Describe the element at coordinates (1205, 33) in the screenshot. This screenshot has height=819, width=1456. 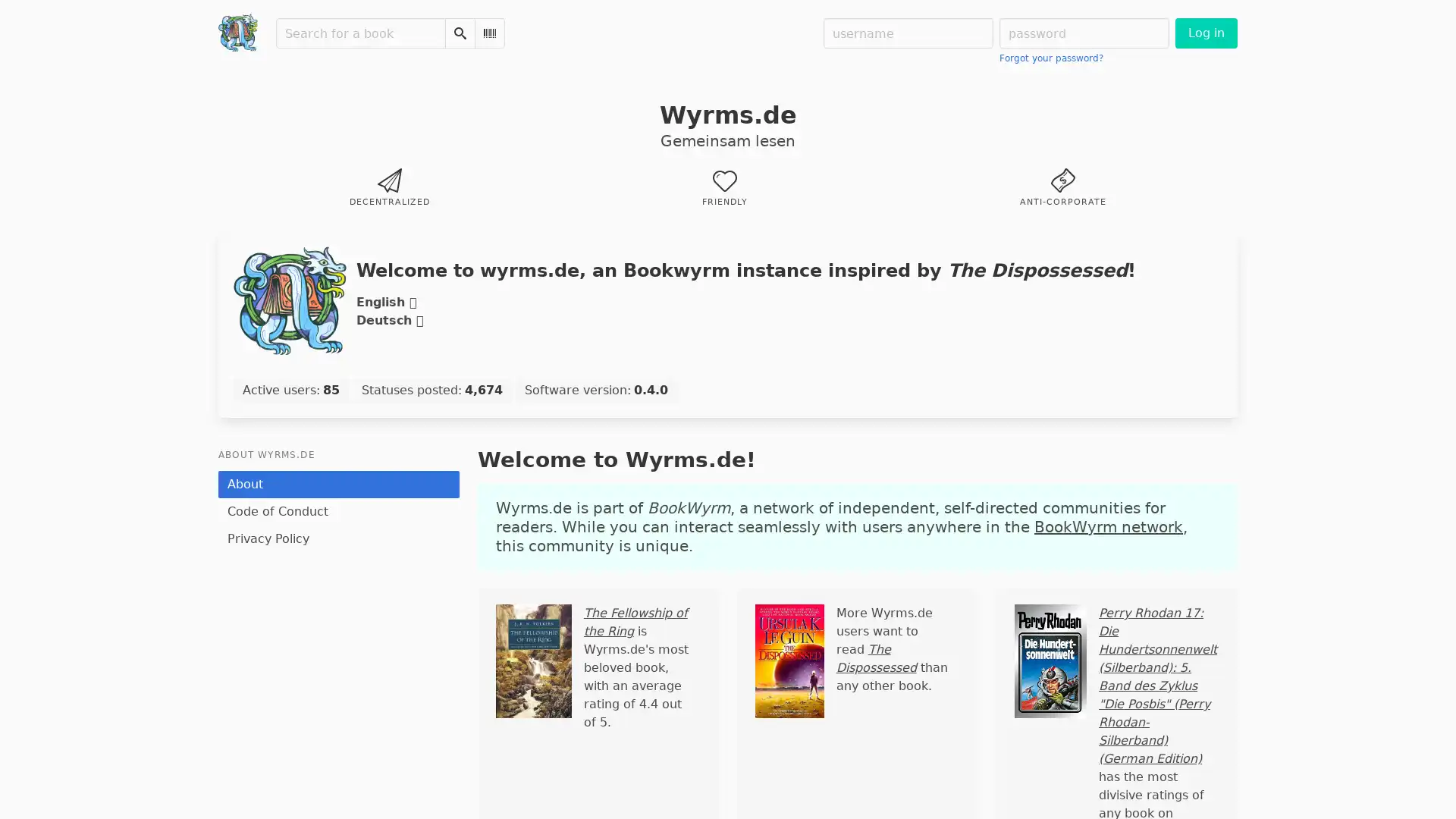
I see `Log in` at that location.